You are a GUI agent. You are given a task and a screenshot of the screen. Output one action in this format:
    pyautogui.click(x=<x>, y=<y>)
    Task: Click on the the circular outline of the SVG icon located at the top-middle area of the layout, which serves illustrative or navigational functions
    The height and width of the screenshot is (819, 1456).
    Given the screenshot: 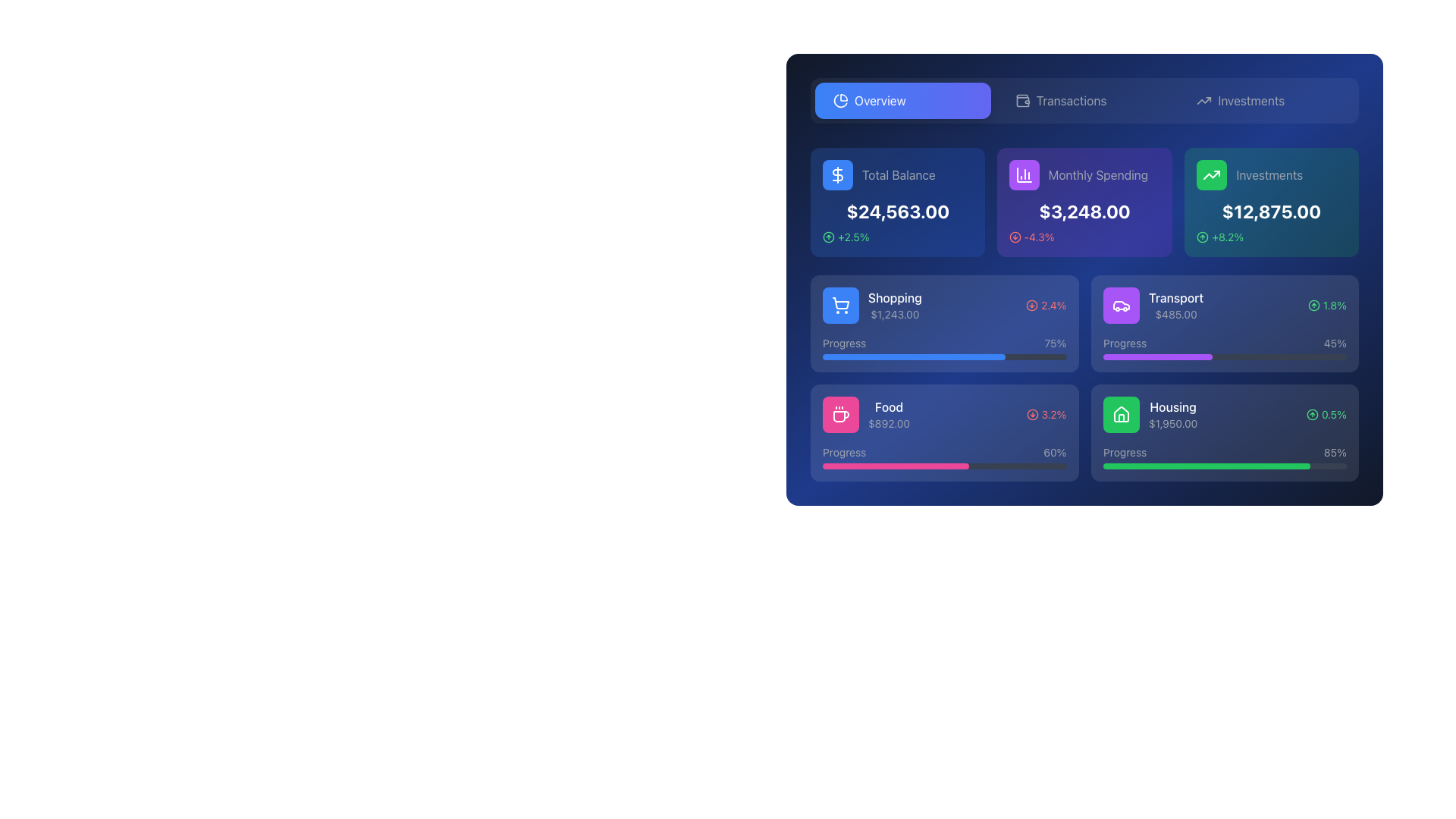 What is the action you would take?
    pyautogui.click(x=1313, y=305)
    